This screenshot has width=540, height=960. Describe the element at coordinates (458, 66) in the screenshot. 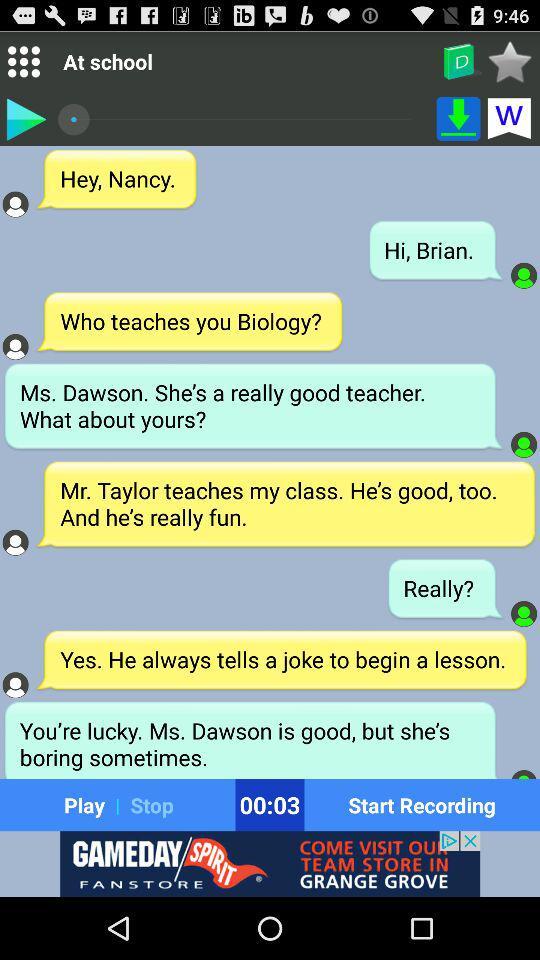

I see `the book icon` at that location.